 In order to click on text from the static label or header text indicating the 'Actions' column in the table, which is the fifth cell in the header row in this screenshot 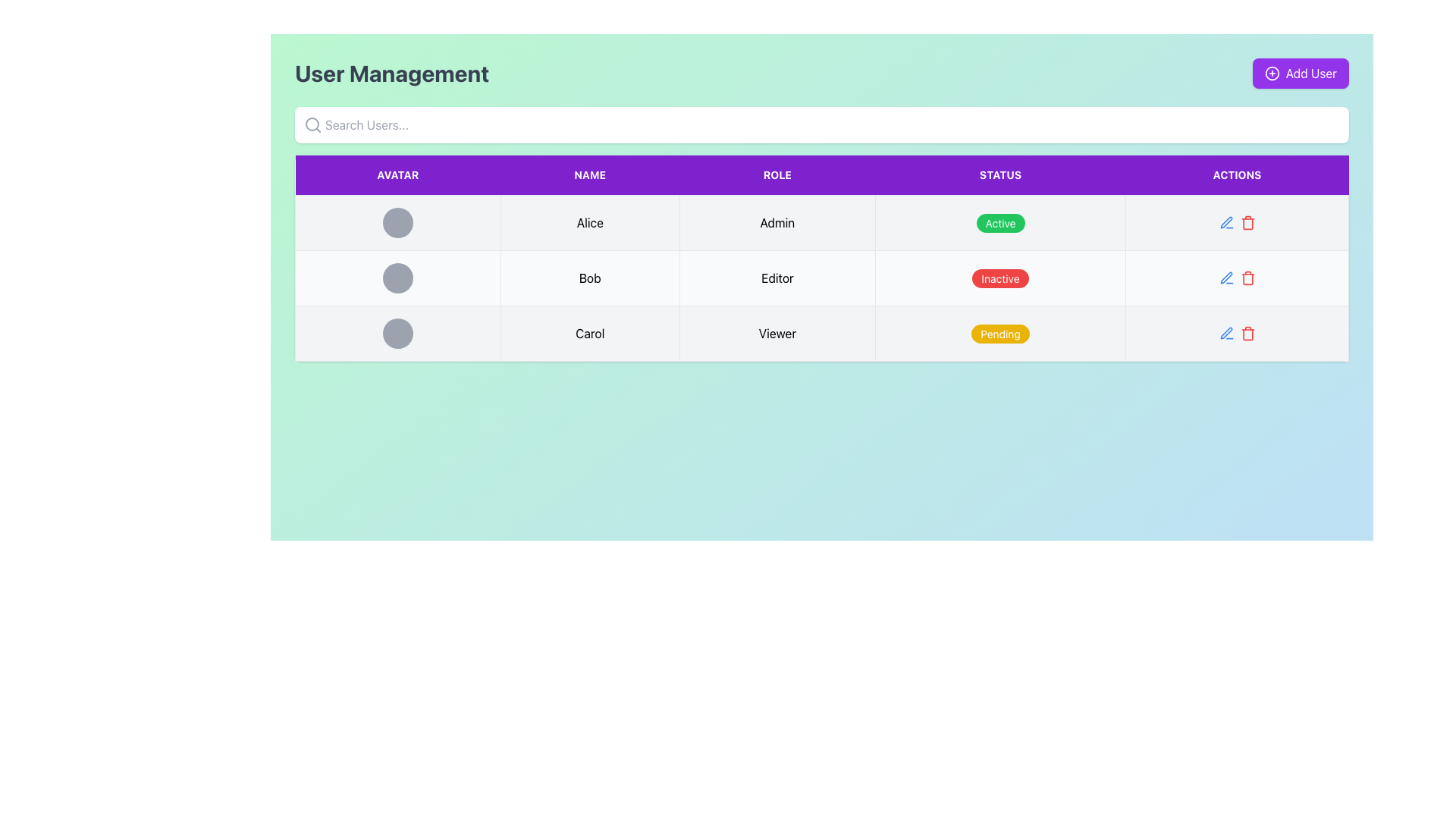, I will do `click(1237, 174)`.